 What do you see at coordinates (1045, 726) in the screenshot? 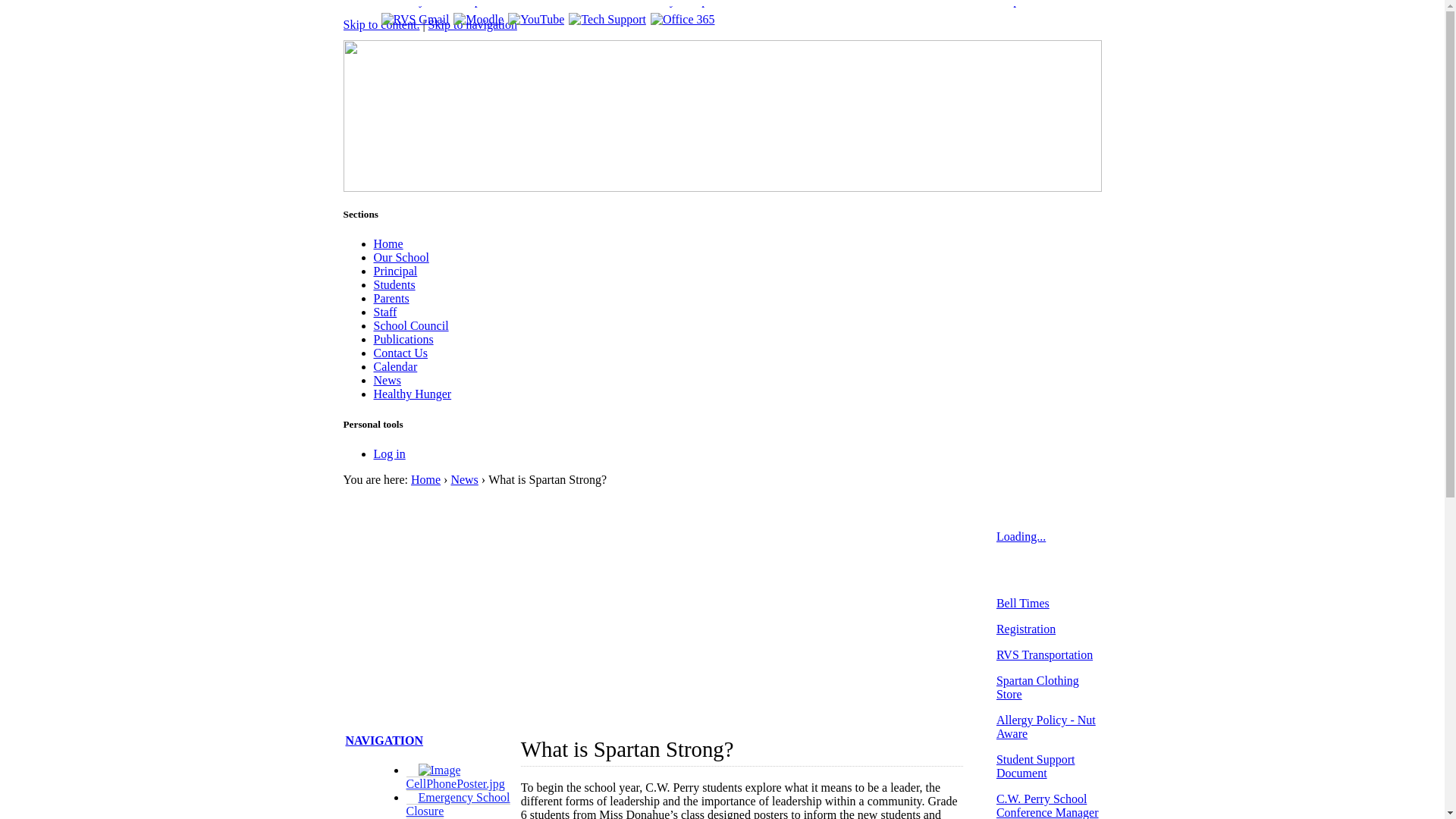
I see `'Allergy Policy - Nut Aware'` at bounding box center [1045, 726].